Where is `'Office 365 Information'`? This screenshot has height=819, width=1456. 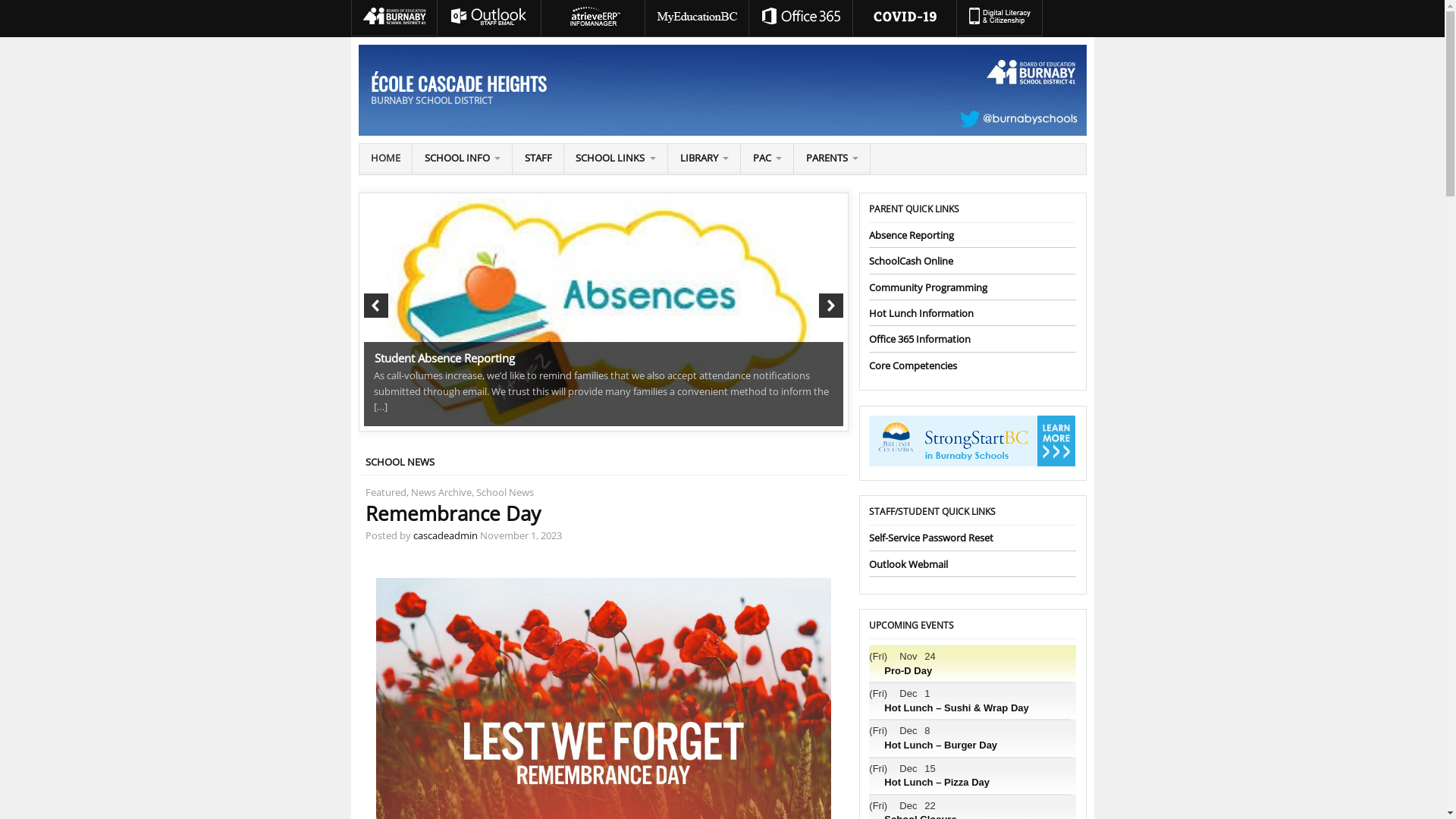 'Office 365 Information' is located at coordinates (919, 338).